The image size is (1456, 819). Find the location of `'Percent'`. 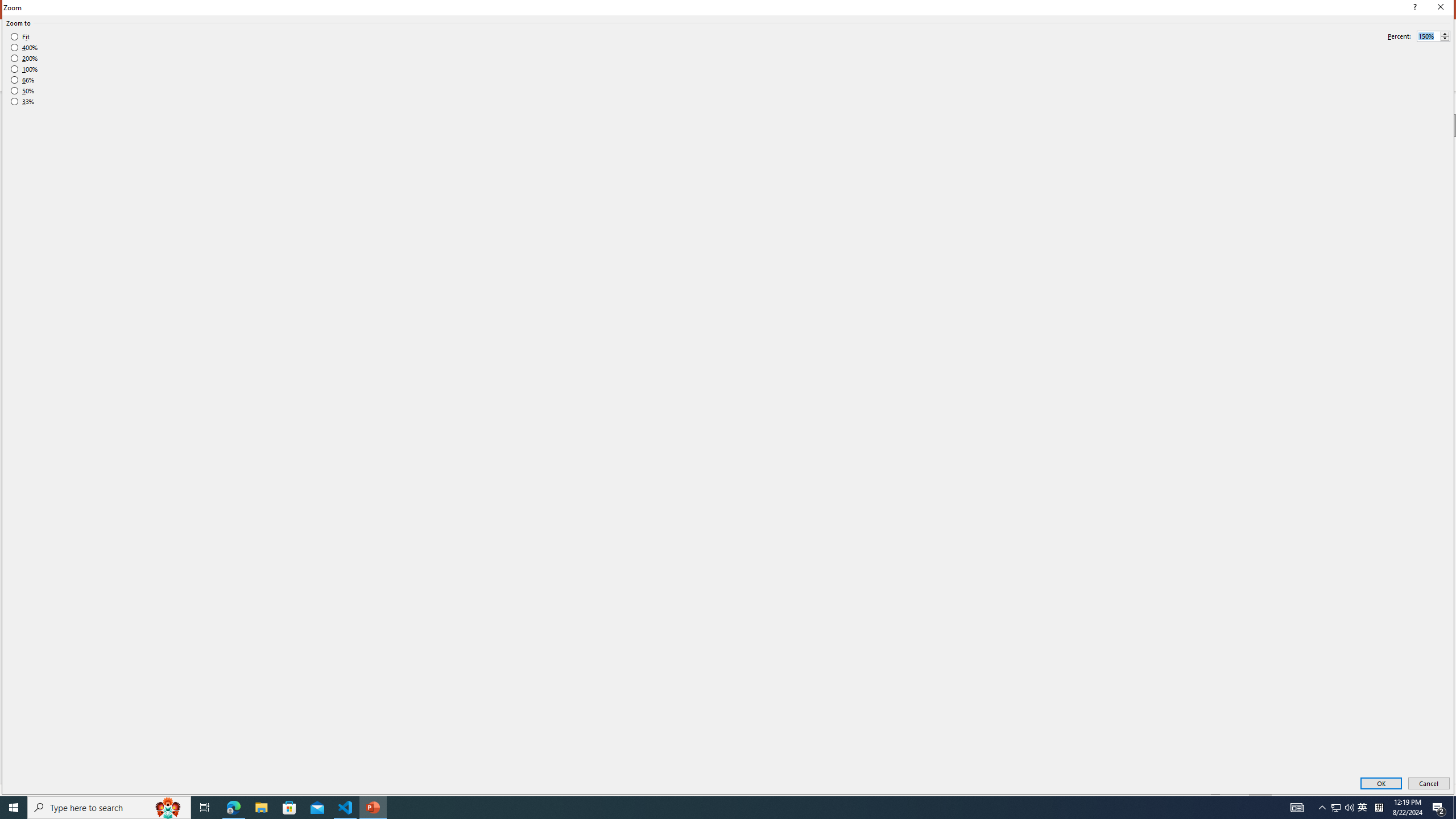

'Percent' is located at coordinates (1428, 36).